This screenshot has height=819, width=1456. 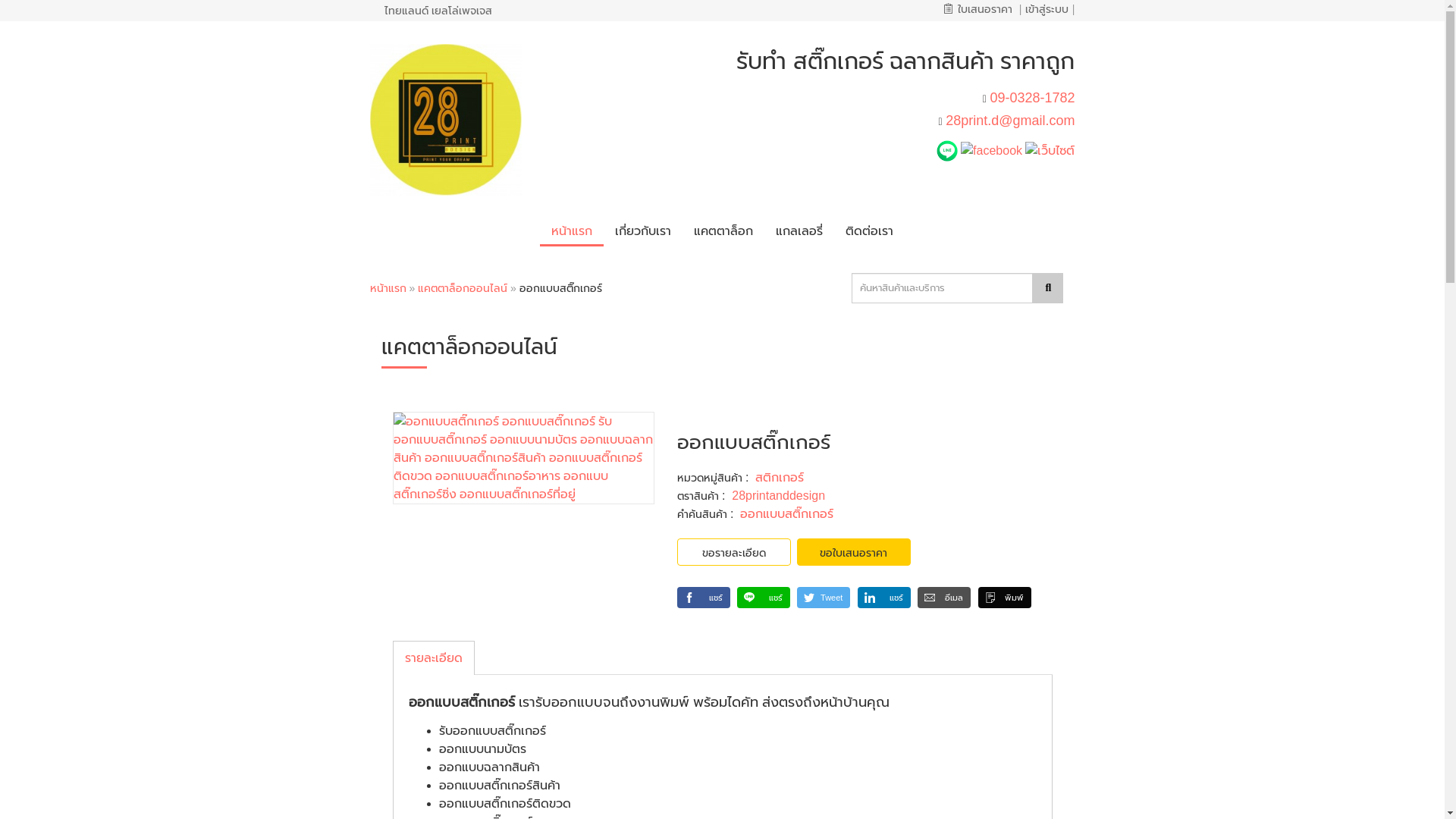 What do you see at coordinates (796, 596) in the screenshot?
I see `'Tweet'` at bounding box center [796, 596].